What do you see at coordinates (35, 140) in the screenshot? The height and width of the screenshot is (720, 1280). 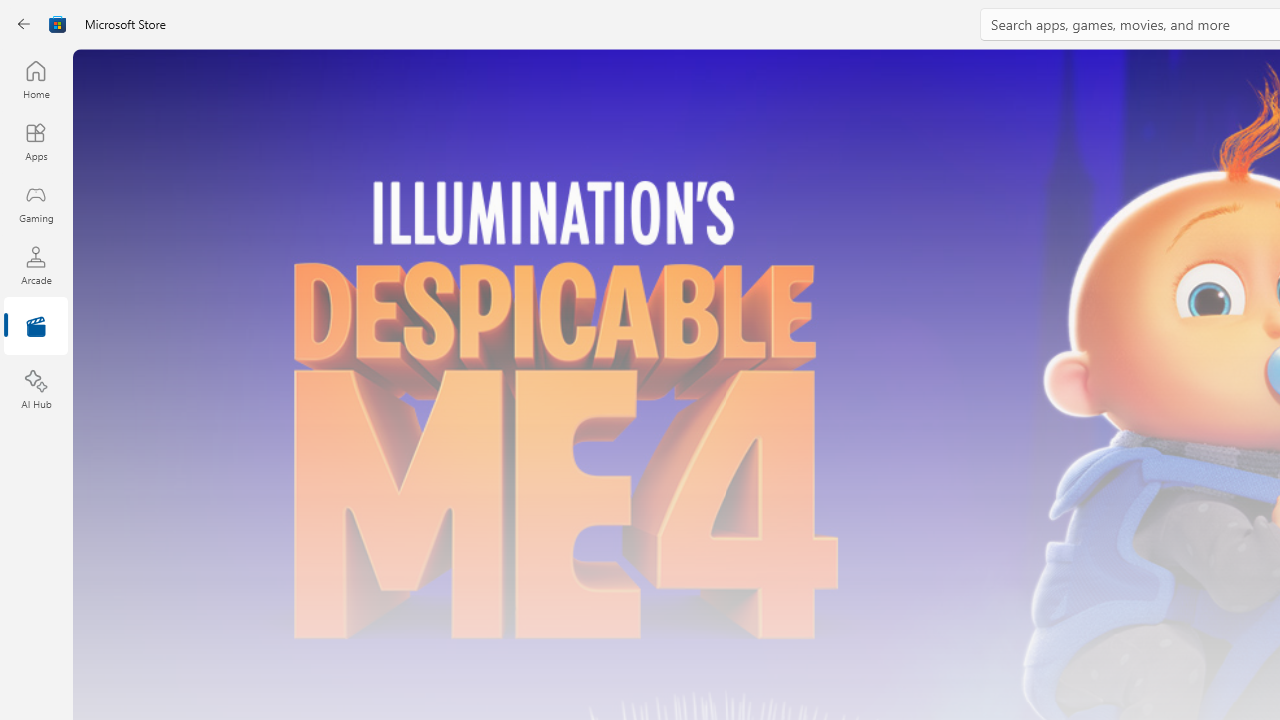 I see `'Apps'` at bounding box center [35, 140].